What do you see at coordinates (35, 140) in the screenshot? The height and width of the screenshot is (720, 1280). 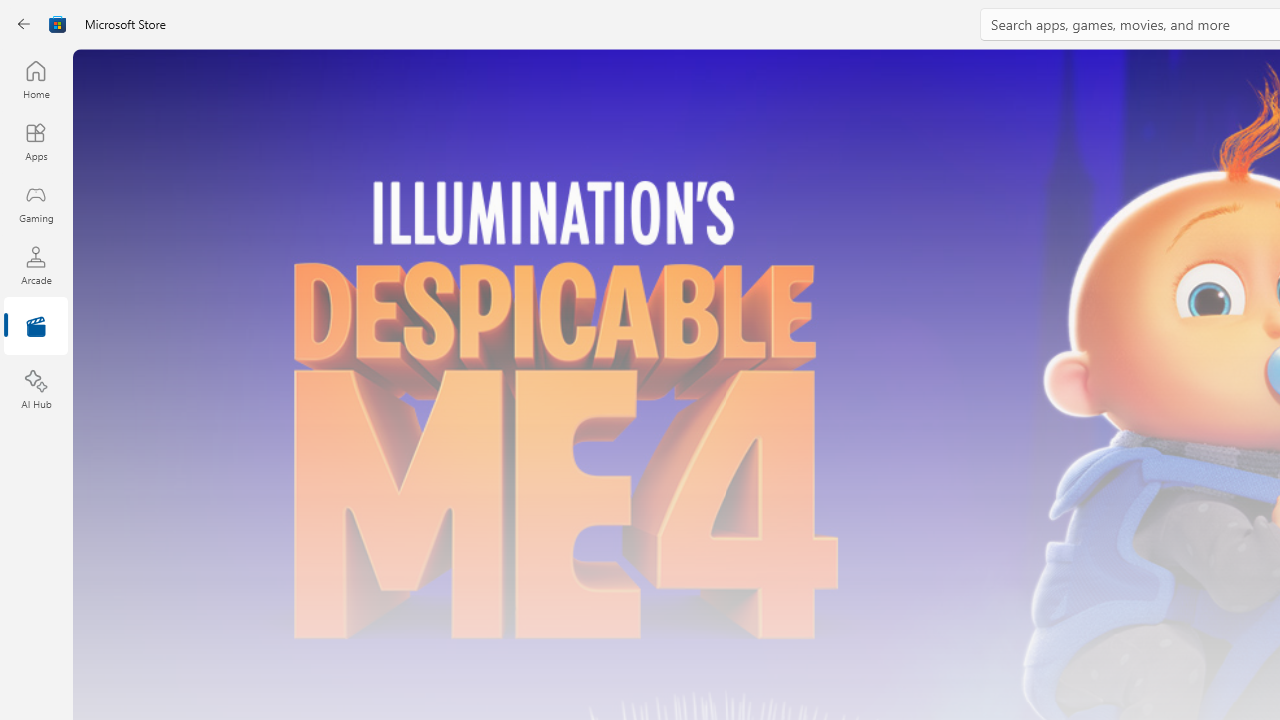 I see `'Apps'` at bounding box center [35, 140].